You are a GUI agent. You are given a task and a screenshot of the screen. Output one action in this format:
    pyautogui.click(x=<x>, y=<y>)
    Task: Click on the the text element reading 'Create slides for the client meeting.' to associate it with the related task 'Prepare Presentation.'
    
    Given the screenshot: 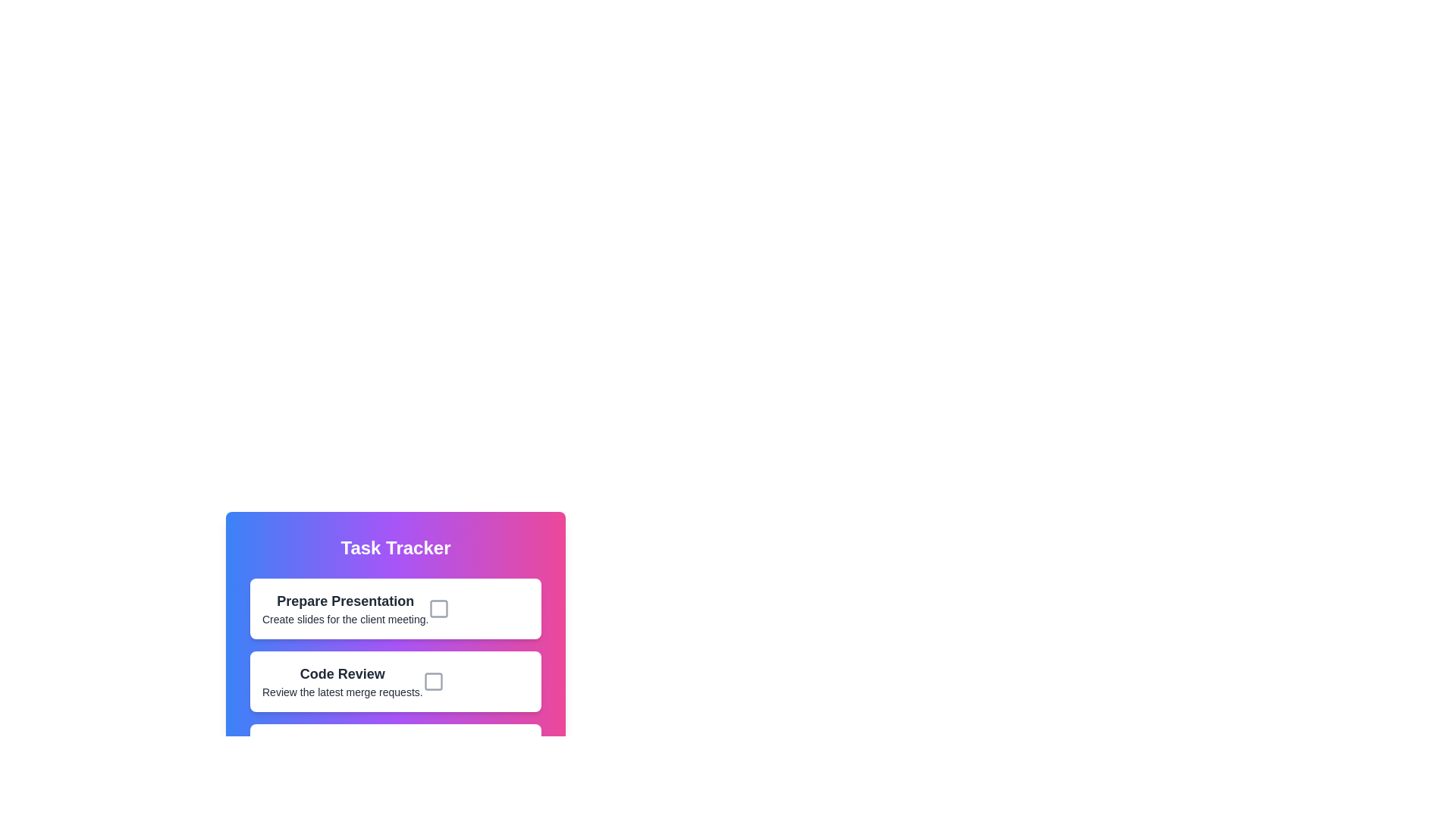 What is the action you would take?
    pyautogui.click(x=344, y=620)
    